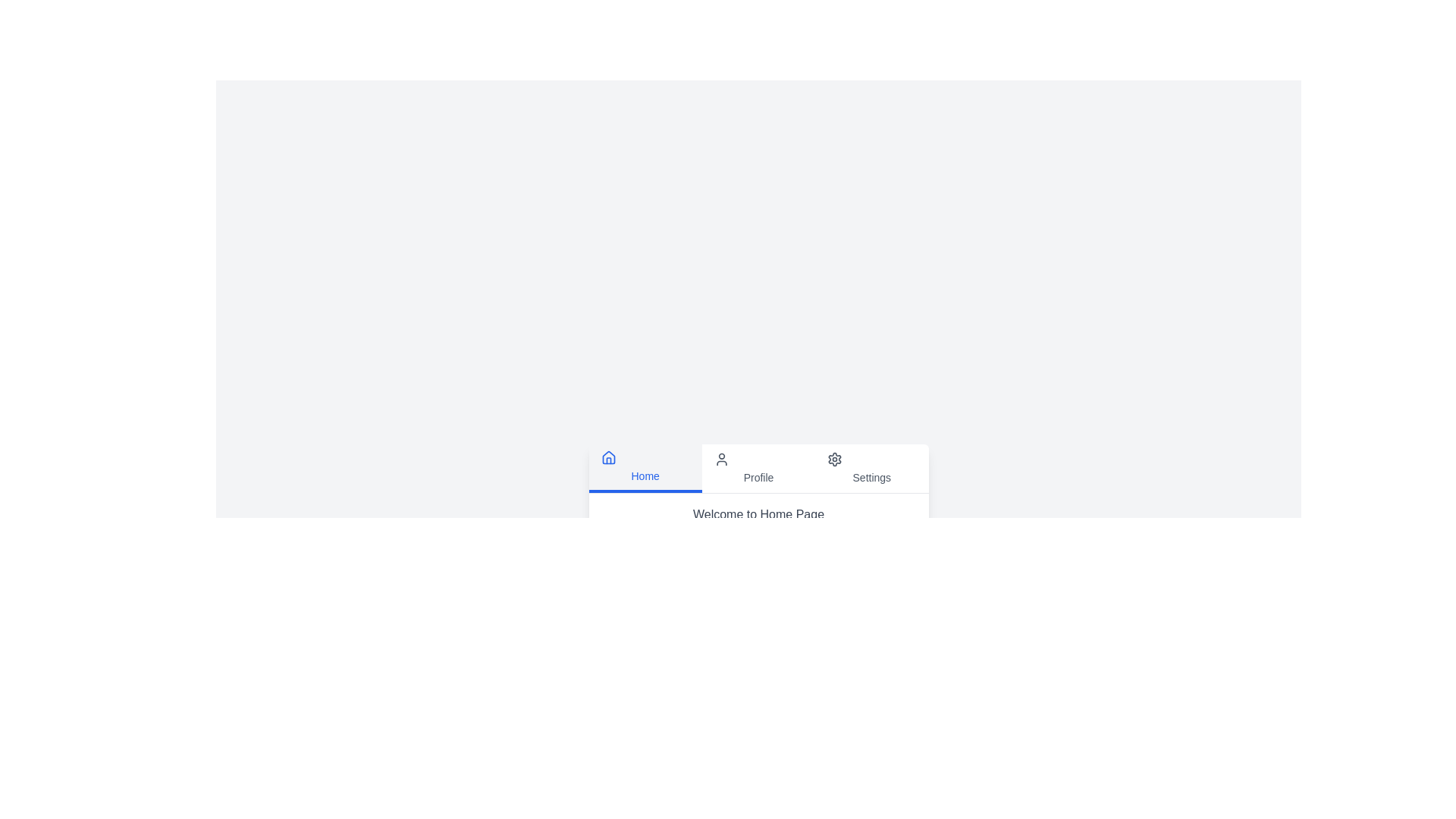  Describe the element at coordinates (871, 467) in the screenshot. I see `the Settings tab to switch to its view` at that location.